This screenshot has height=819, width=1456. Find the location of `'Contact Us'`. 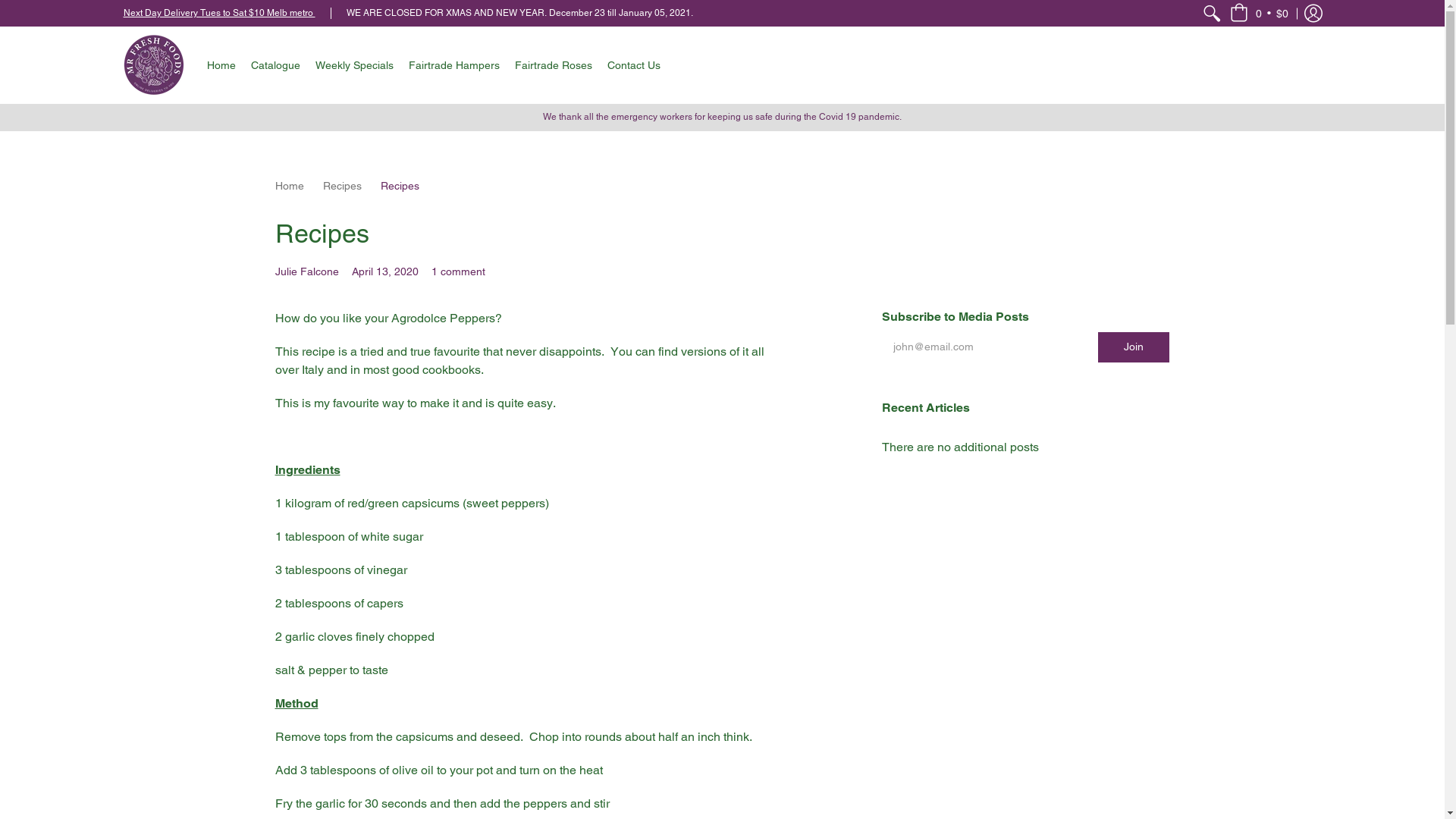

'Contact Us' is located at coordinates (633, 64).